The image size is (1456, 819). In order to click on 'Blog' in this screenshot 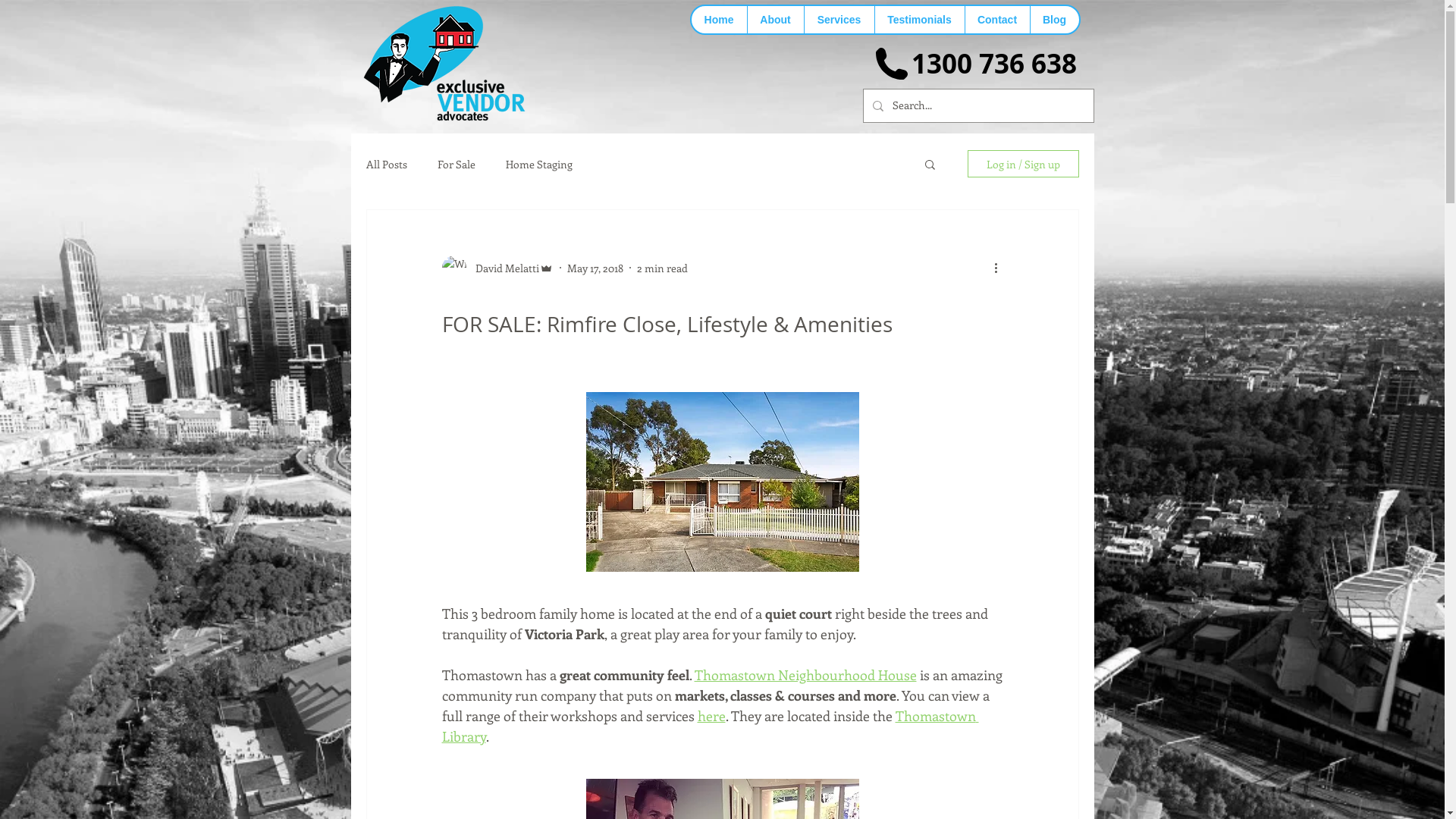, I will do `click(1030, 20)`.